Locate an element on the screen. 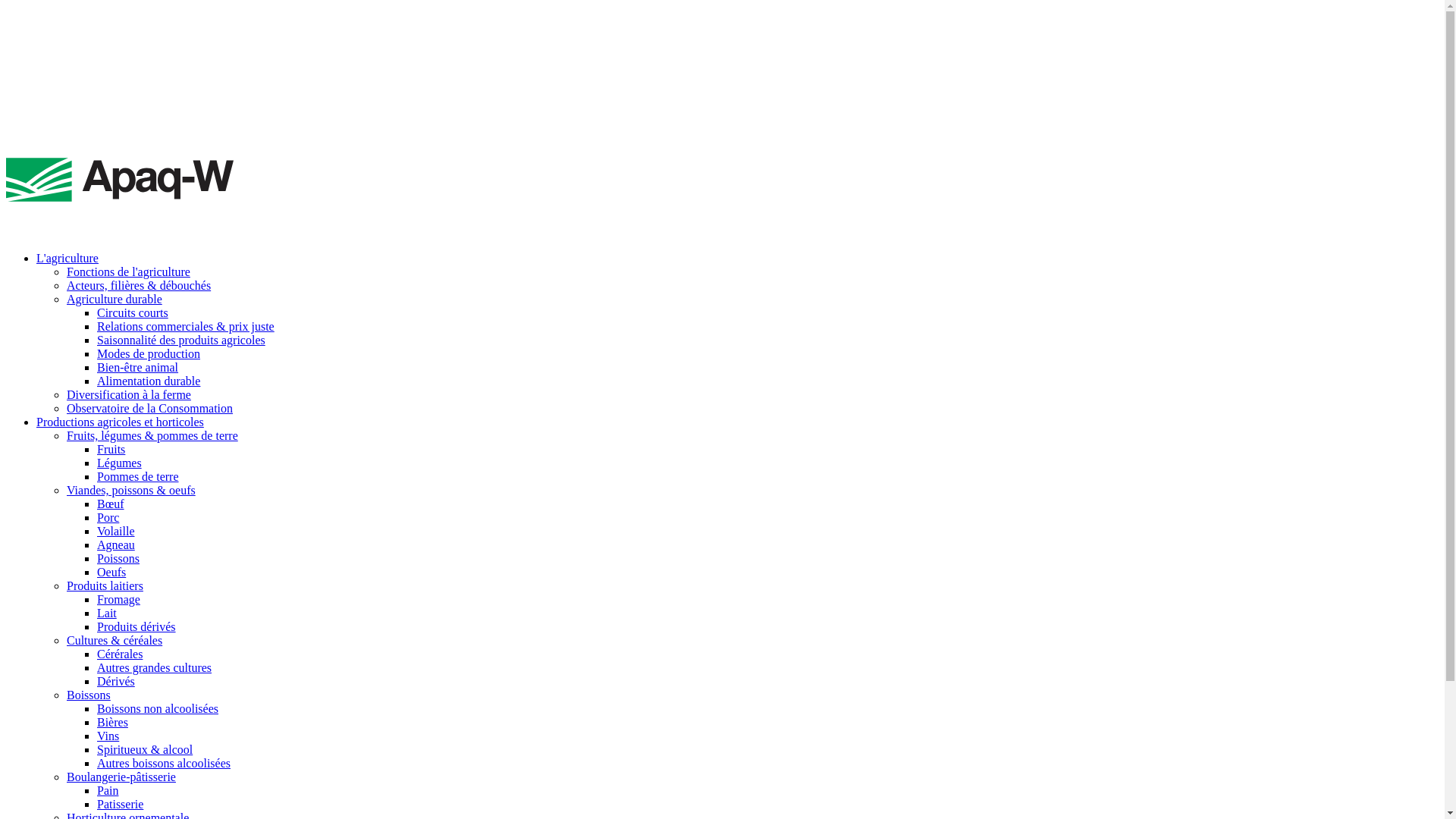 Image resolution: width=1456 pixels, height=819 pixels. 'Boissons' is located at coordinates (87, 695).